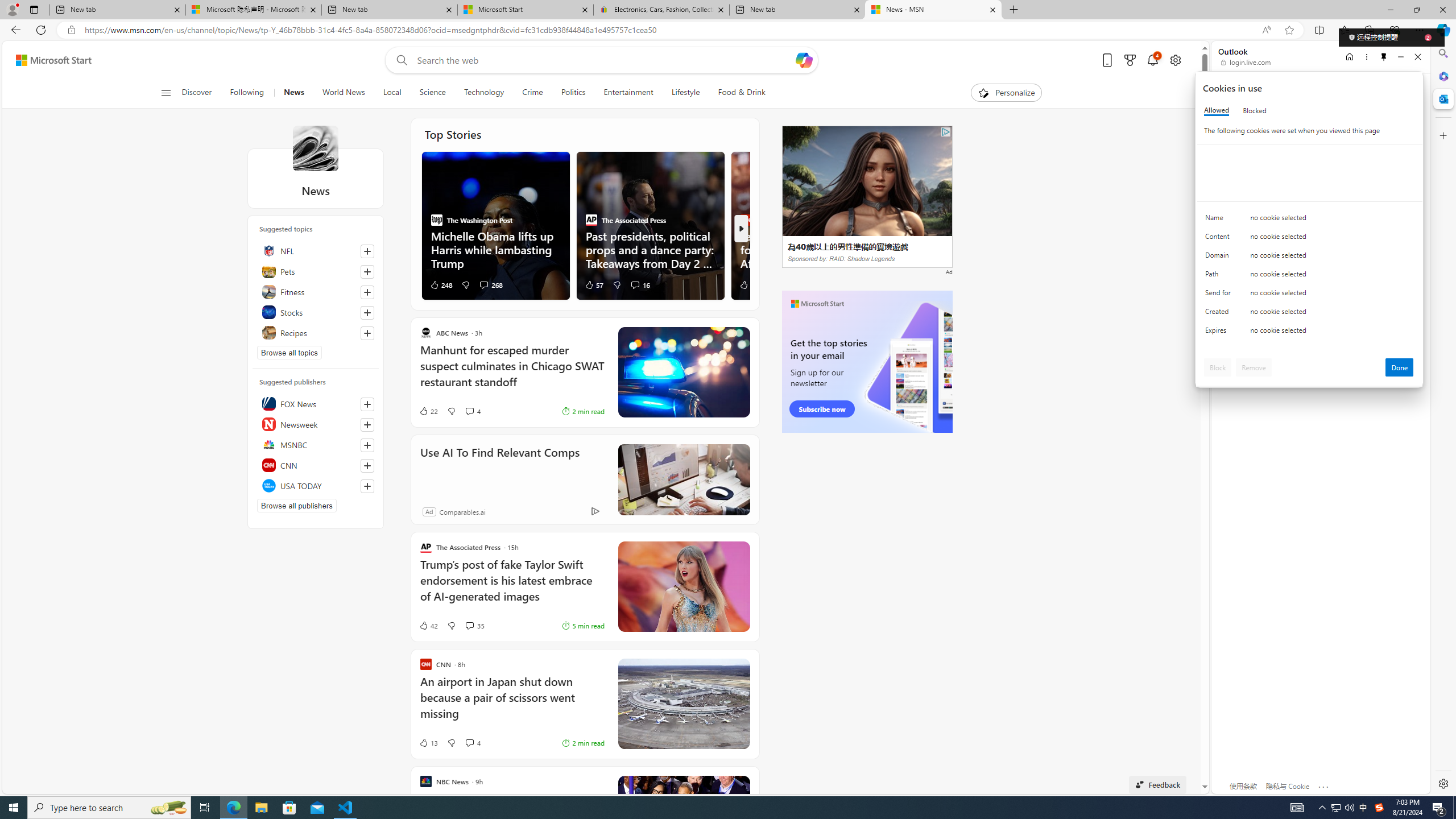  What do you see at coordinates (432, 92) in the screenshot?
I see `'Science'` at bounding box center [432, 92].